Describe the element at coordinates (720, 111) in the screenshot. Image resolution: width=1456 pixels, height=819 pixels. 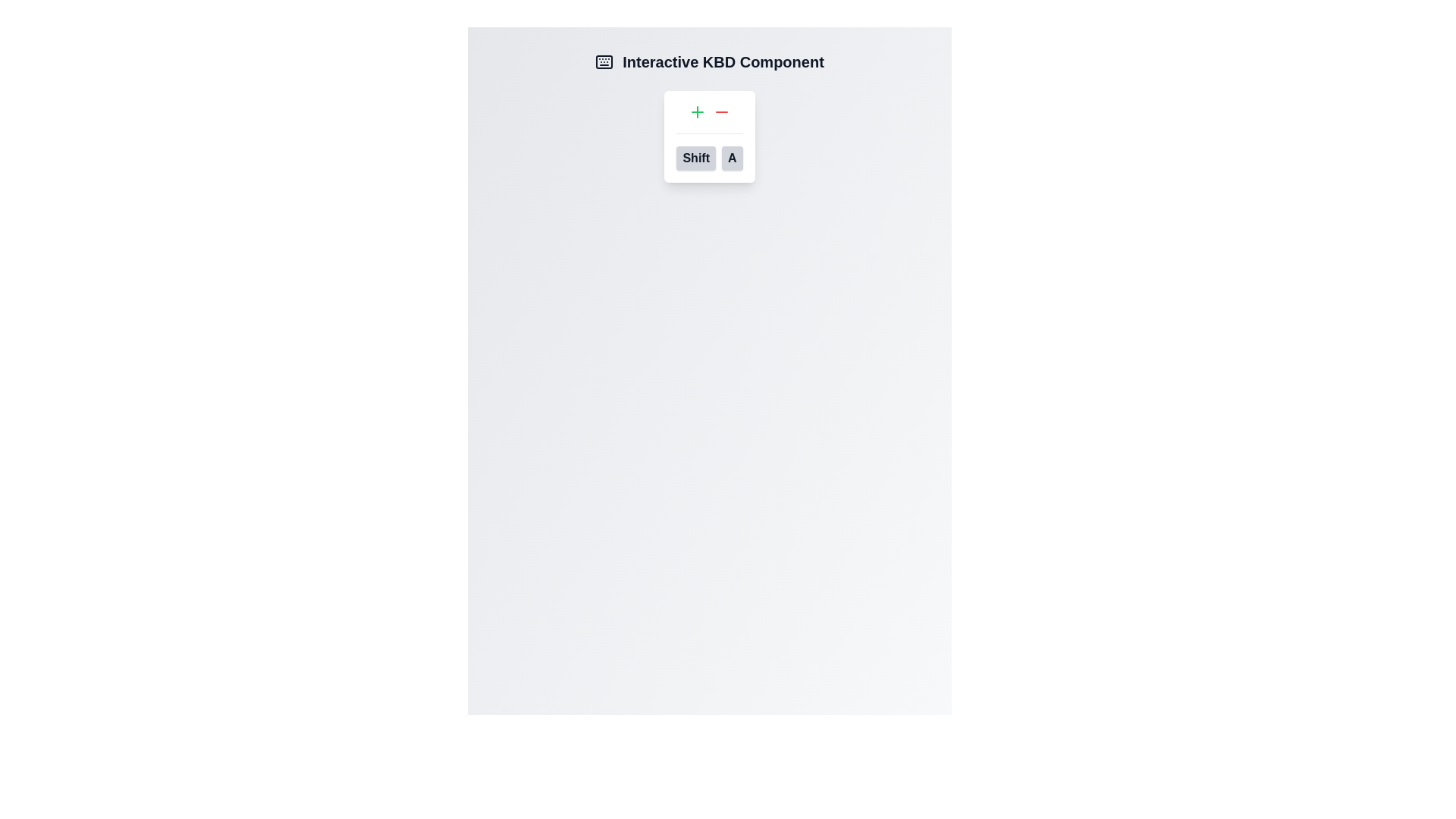
I see `the red minus icon in the Interactive KBD Component to change its color to a darker red` at that location.